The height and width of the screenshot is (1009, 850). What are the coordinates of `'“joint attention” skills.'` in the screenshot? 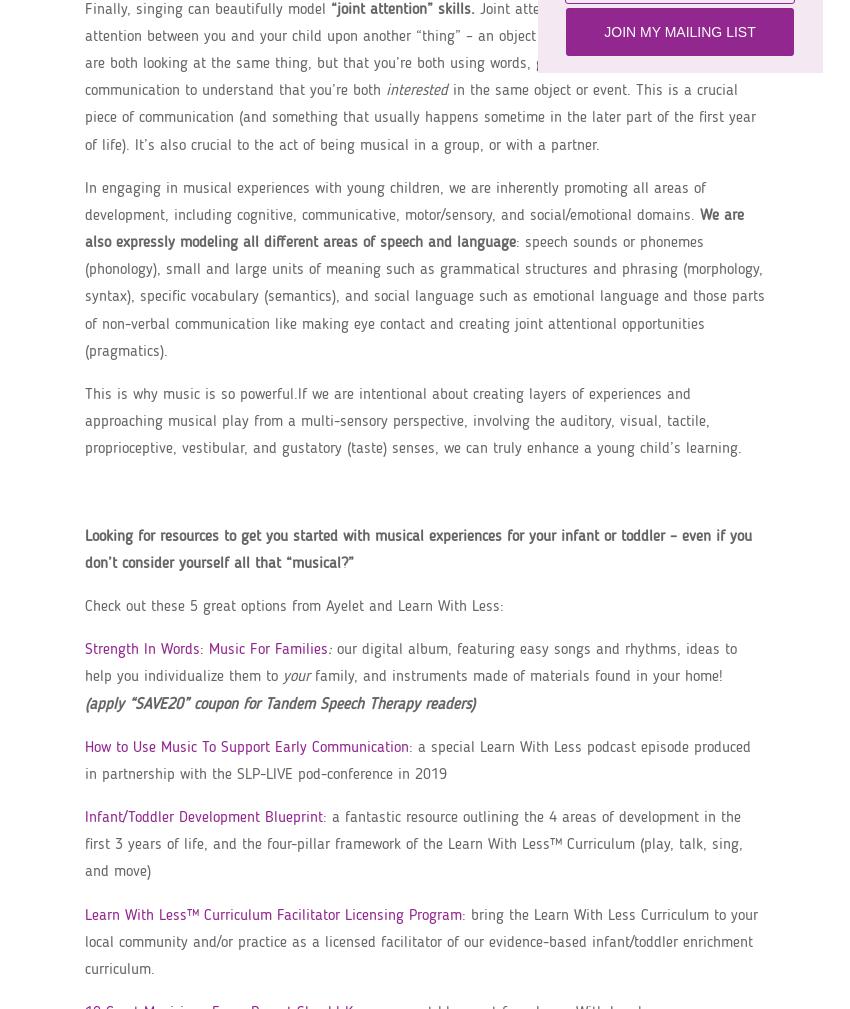 It's located at (402, 7).